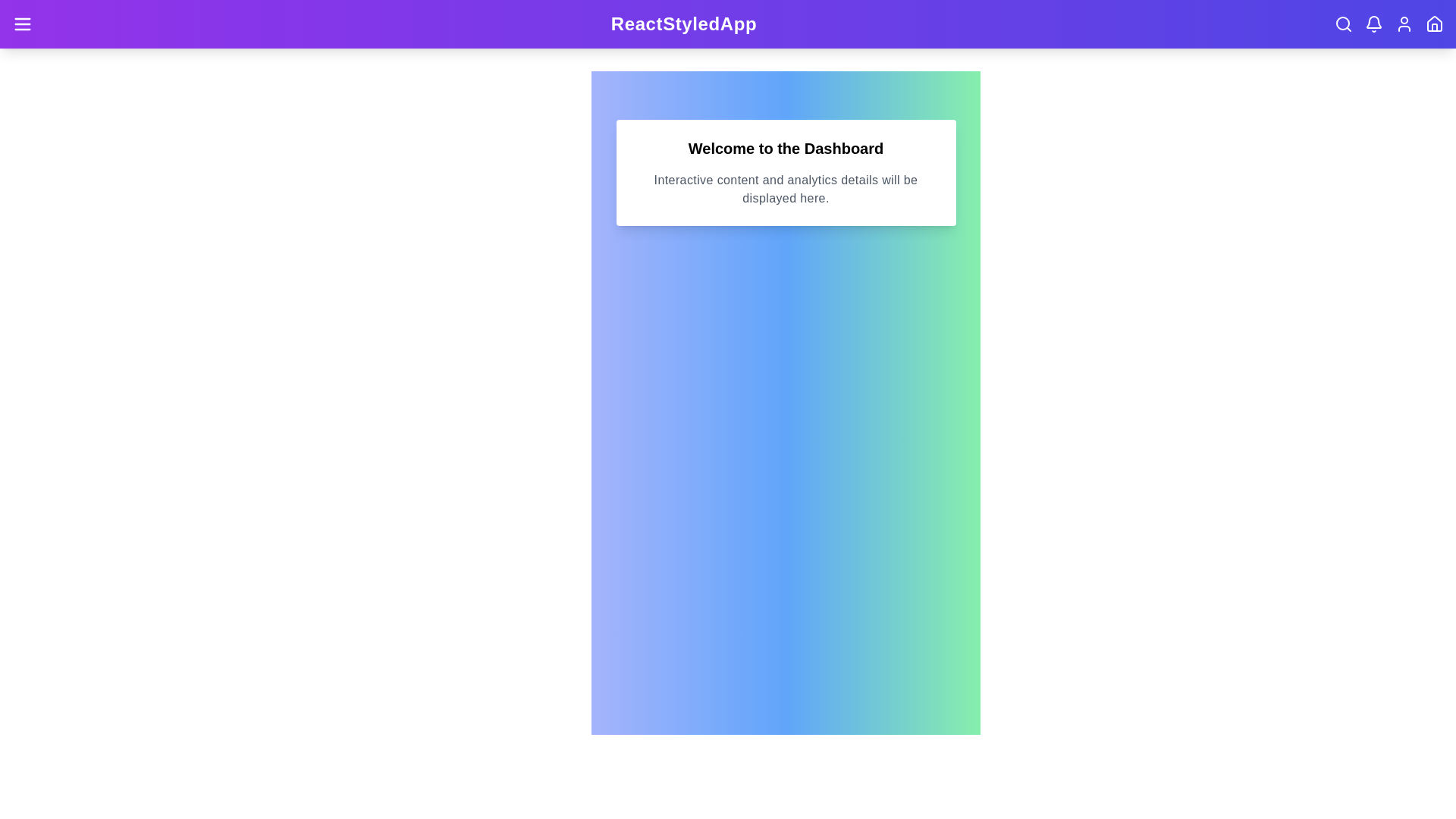 This screenshot has width=1456, height=819. What do you see at coordinates (1404, 24) in the screenshot?
I see `the User navigation icon to navigate` at bounding box center [1404, 24].